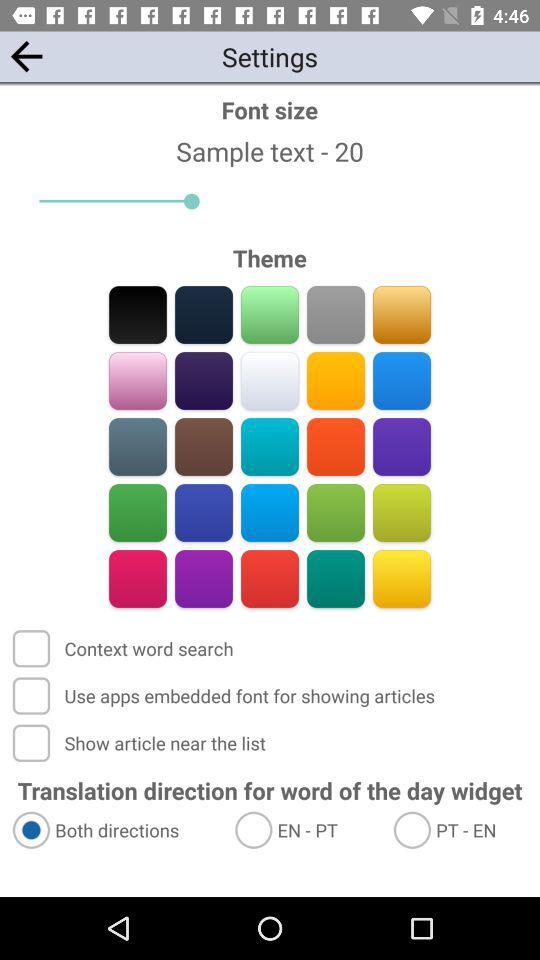 The image size is (540, 960). Describe the element at coordinates (225, 696) in the screenshot. I see `the icon below context word search icon` at that location.